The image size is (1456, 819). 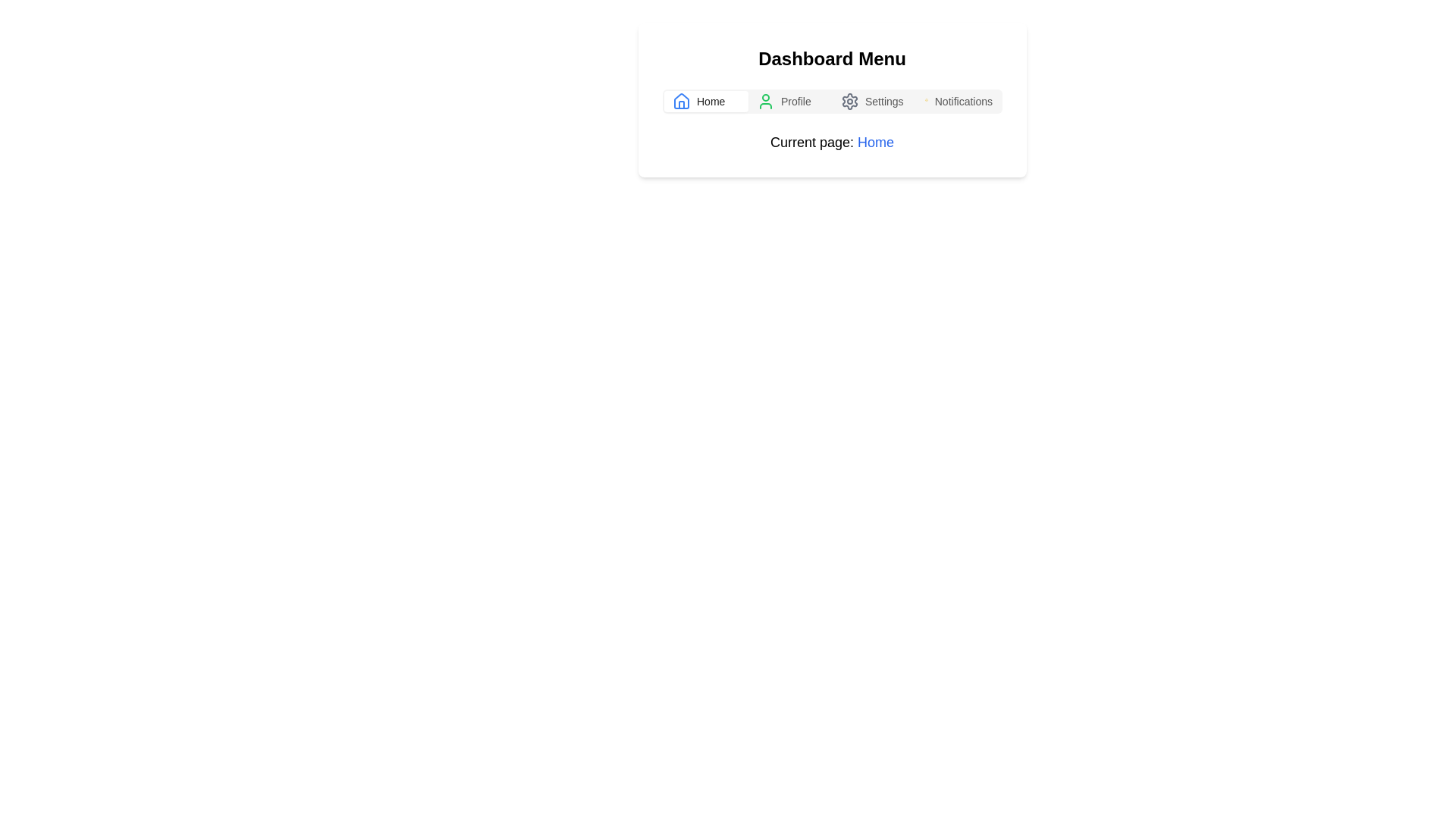 What do you see at coordinates (680, 102) in the screenshot?
I see `the blue house icon in the navigation menu` at bounding box center [680, 102].